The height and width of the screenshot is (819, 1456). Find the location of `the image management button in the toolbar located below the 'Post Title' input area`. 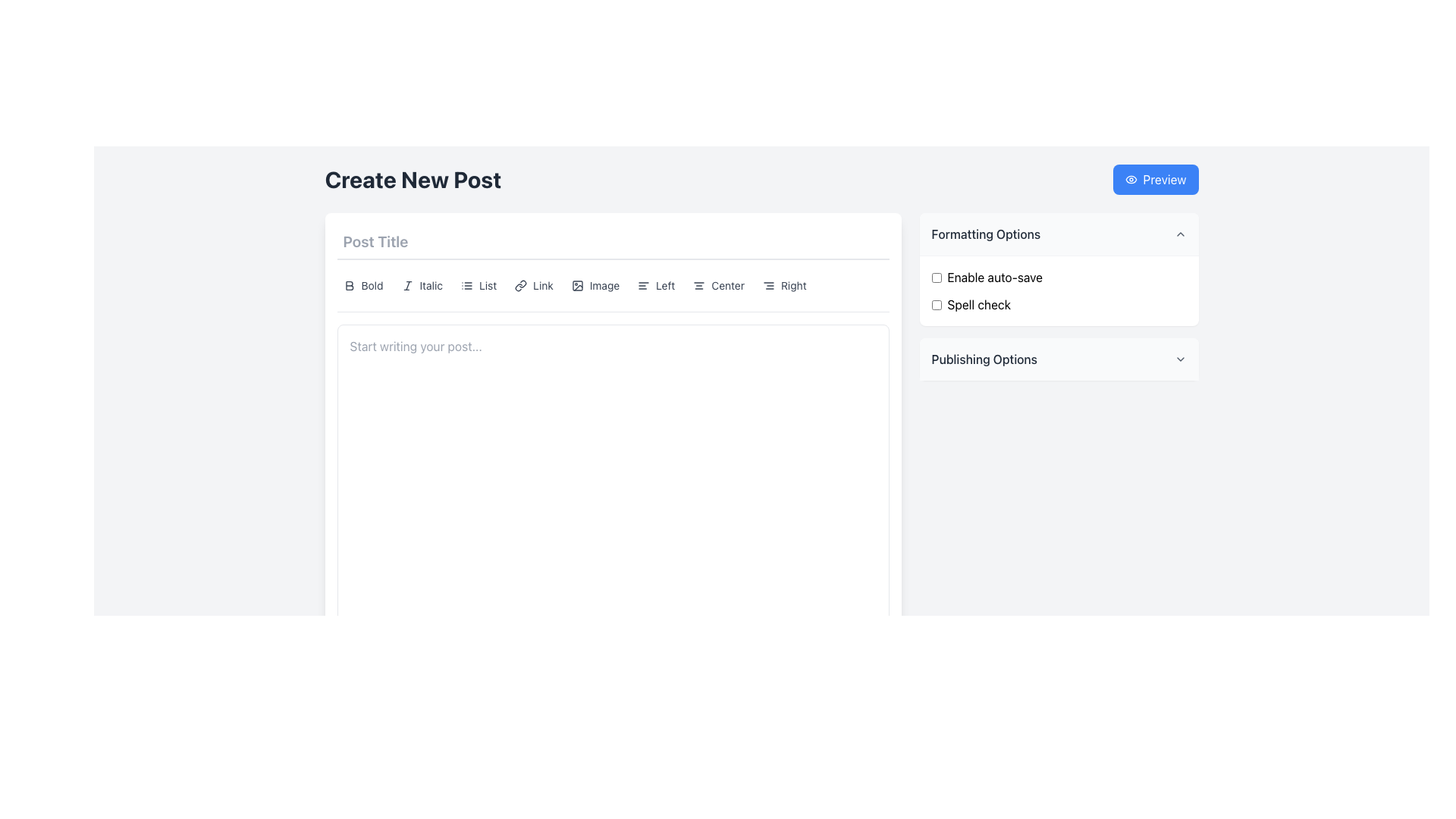

the image management button in the toolbar located below the 'Post Title' input area is located at coordinates (595, 286).